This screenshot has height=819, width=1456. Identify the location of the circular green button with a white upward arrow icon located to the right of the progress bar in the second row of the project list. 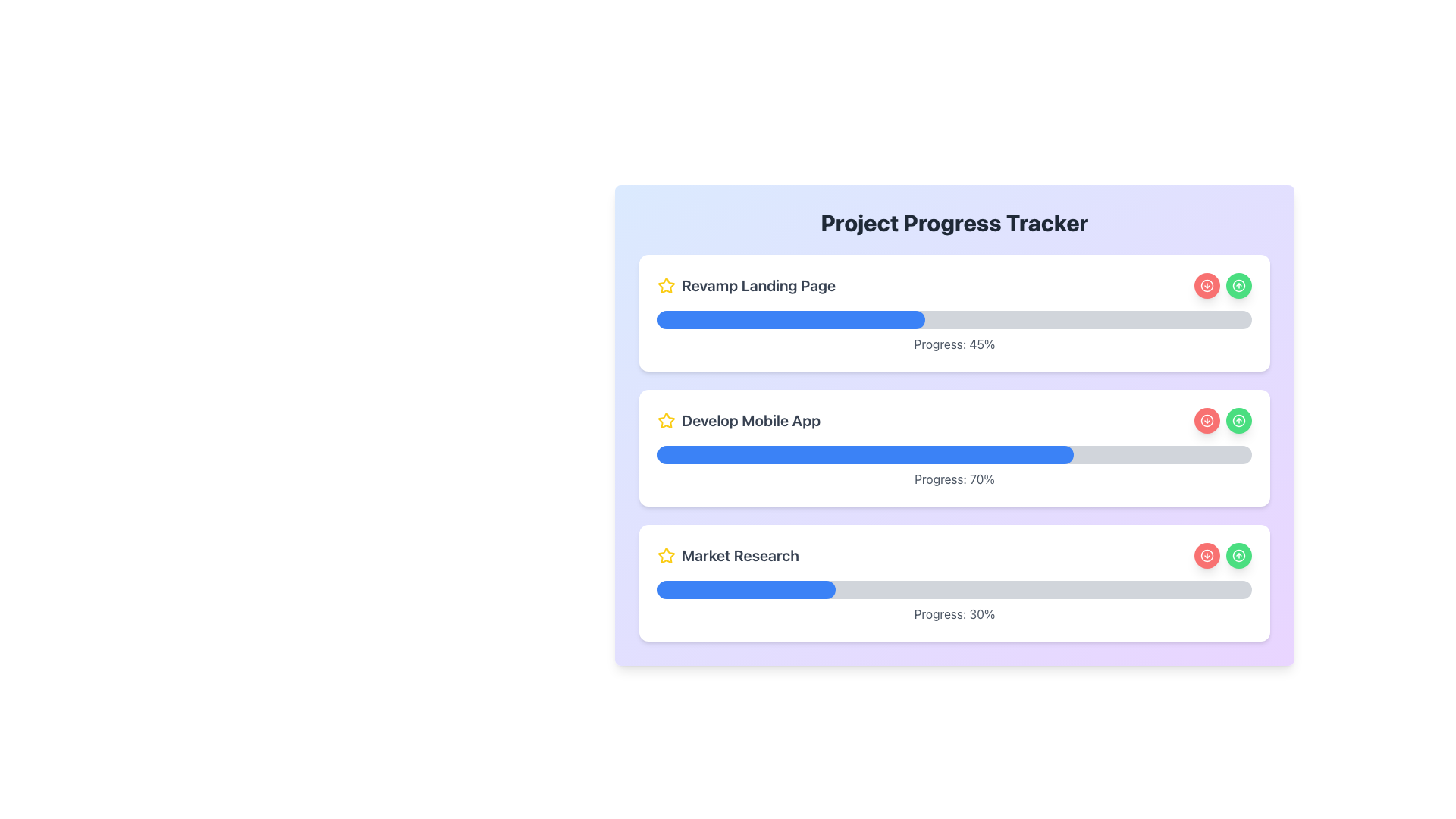
(1238, 421).